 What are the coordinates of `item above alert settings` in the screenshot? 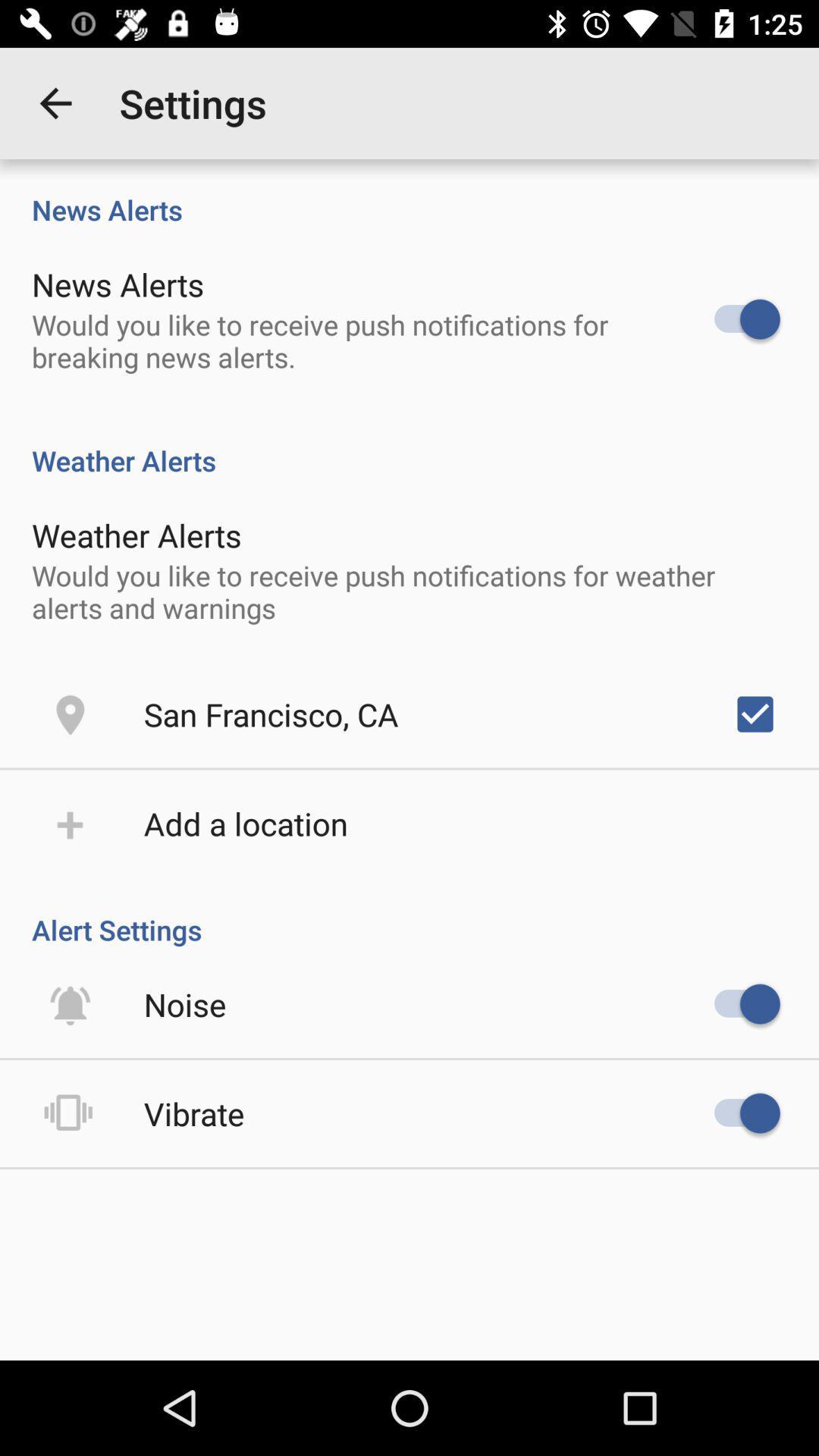 It's located at (755, 713).